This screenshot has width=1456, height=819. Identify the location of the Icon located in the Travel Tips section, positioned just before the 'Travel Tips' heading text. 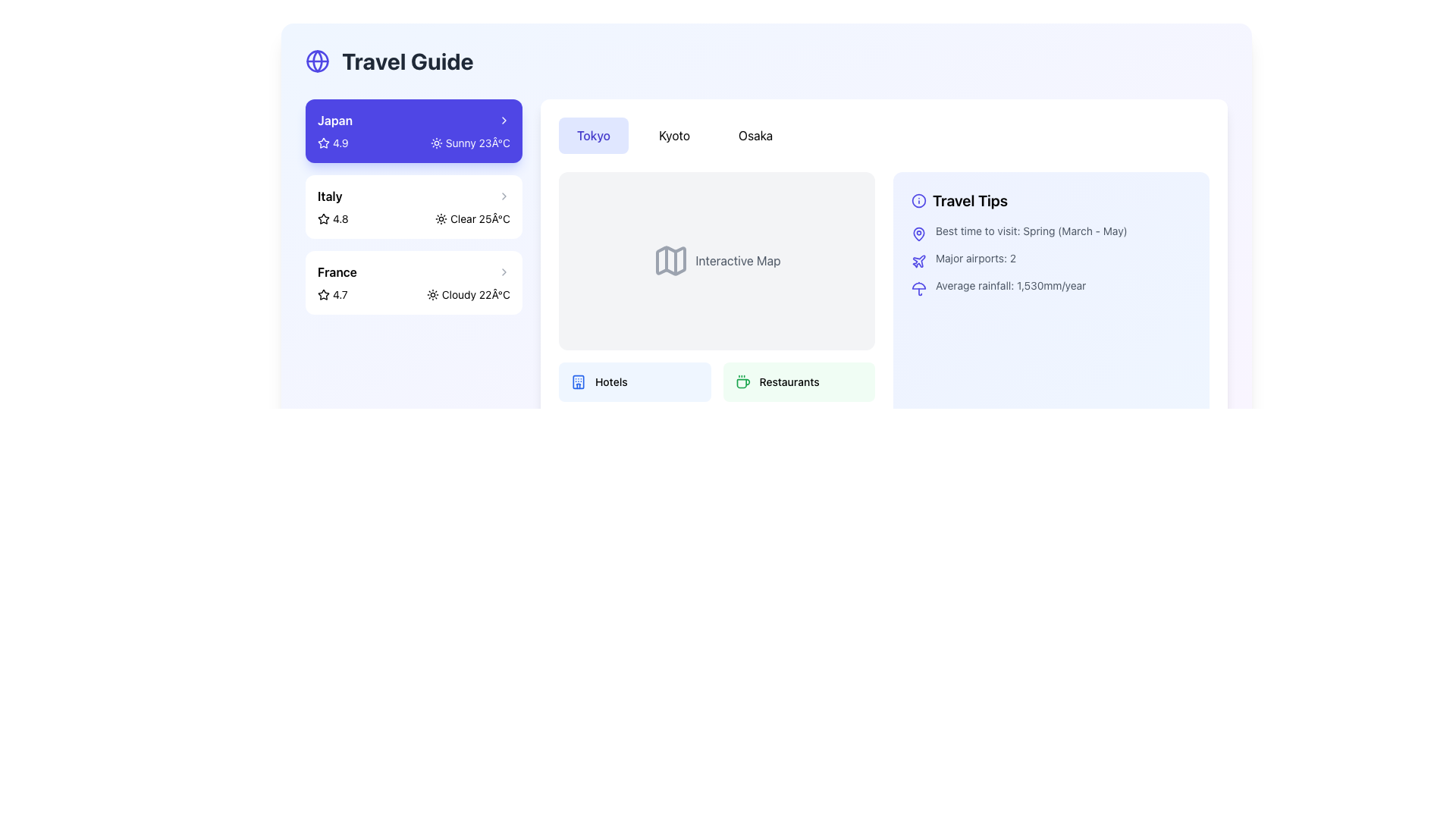
(918, 200).